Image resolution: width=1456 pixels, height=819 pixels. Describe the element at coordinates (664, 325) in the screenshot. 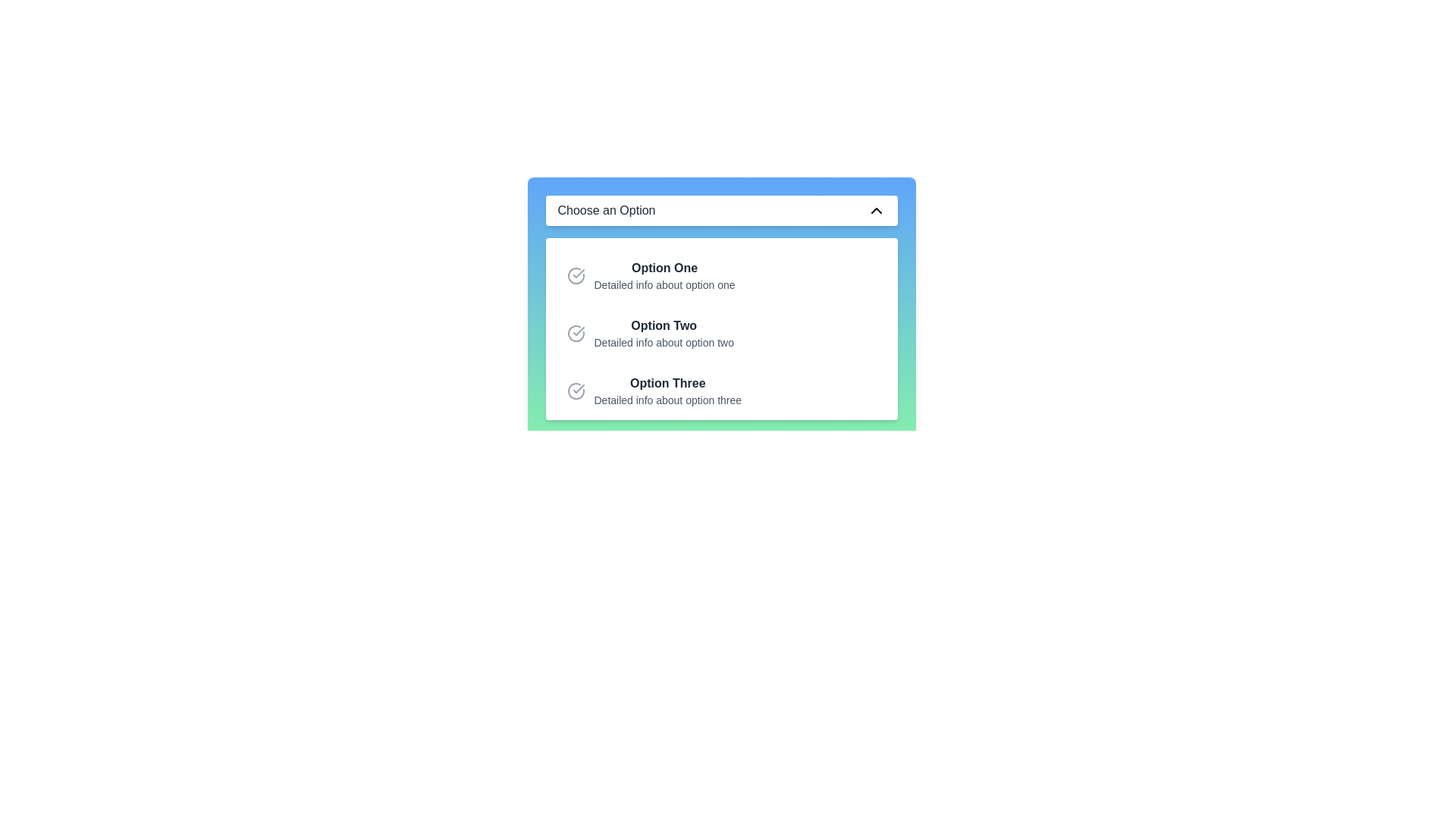

I see `text label displaying 'Option Two', which is the second item in the dropdown menu options, situated above the detailed info about option two` at that location.